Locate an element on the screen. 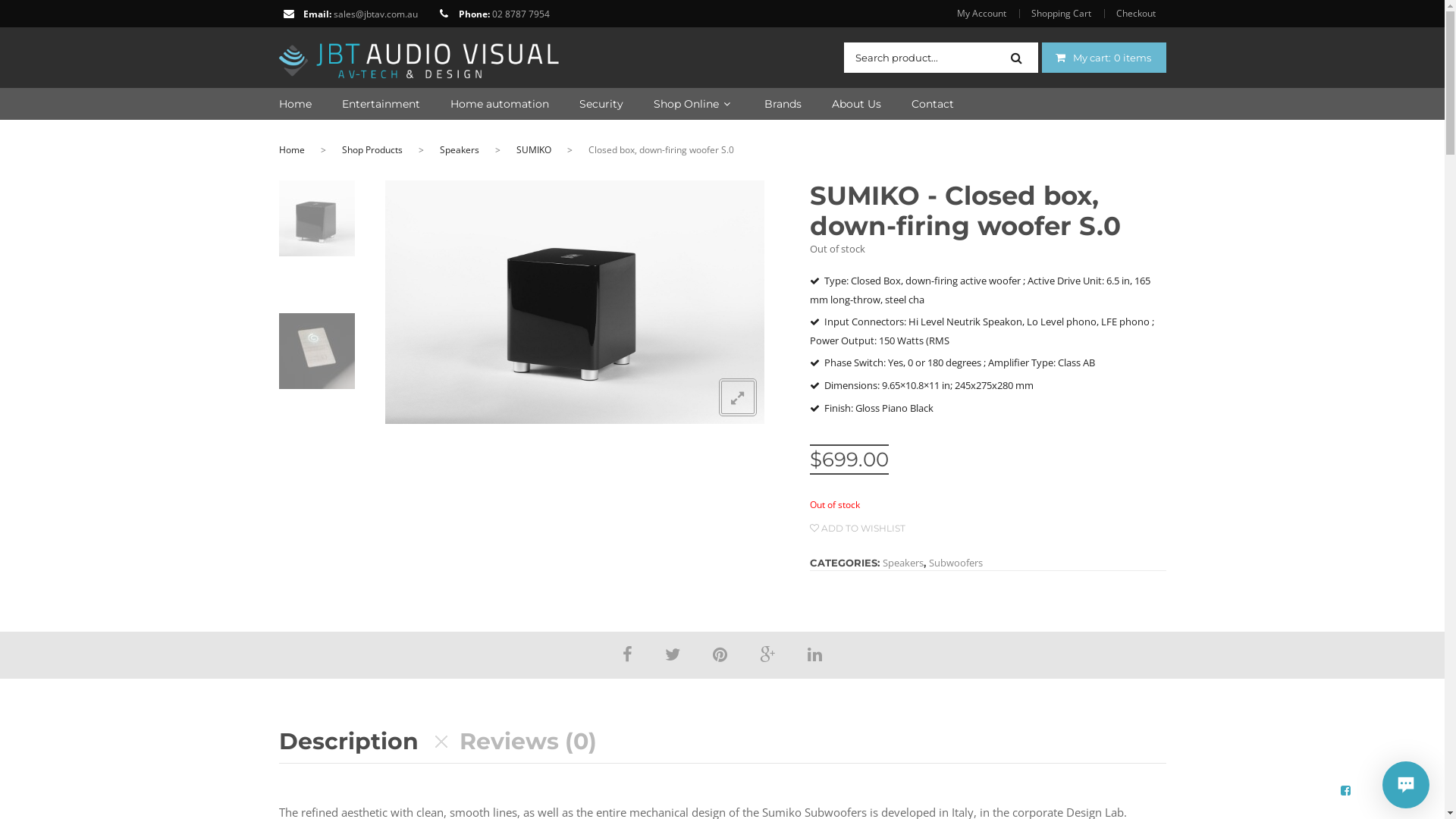  'My Account' is located at coordinates (987, 14).